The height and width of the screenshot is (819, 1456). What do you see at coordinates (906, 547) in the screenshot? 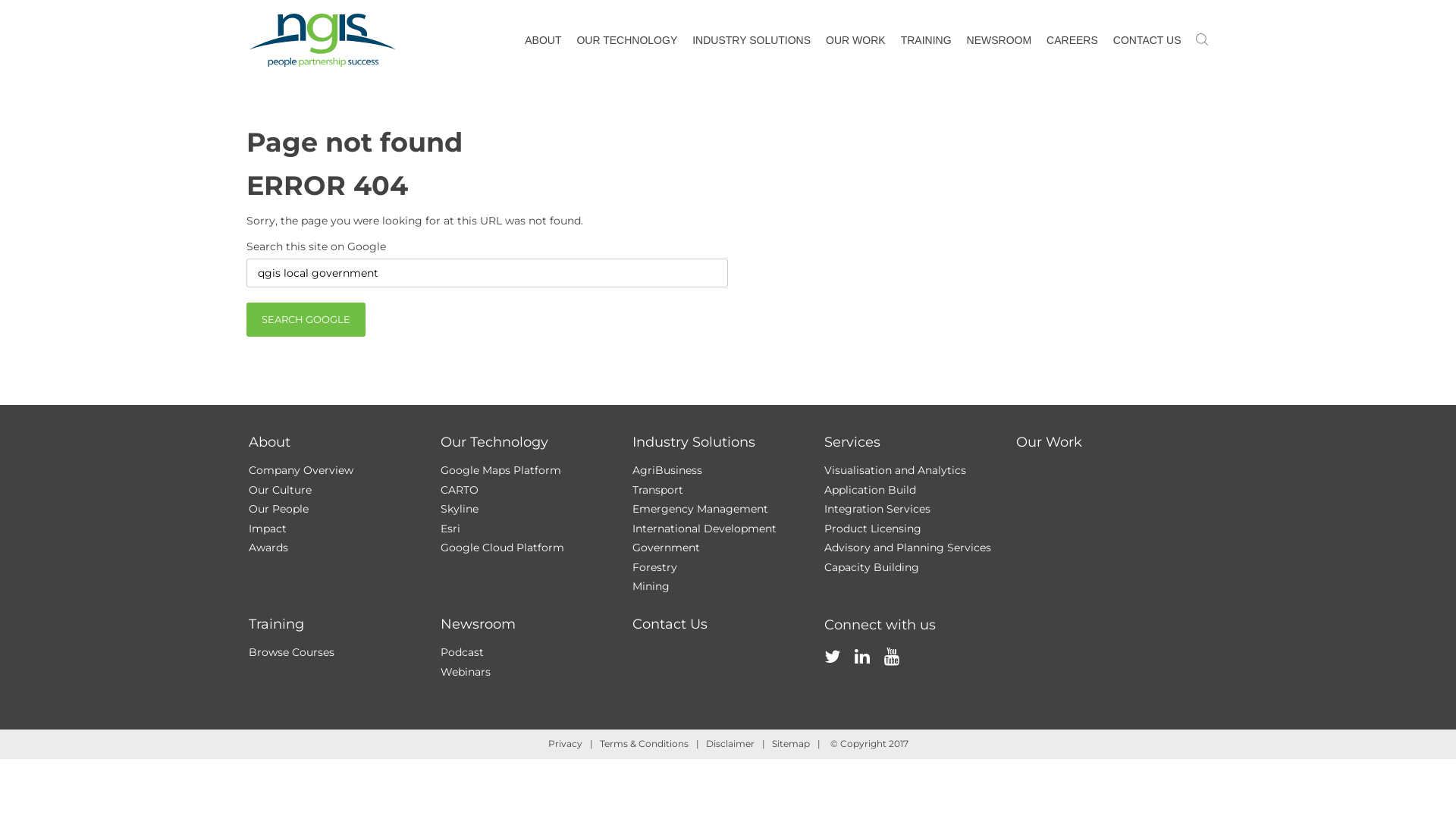
I see `'Advisory and Planning Services'` at bounding box center [906, 547].